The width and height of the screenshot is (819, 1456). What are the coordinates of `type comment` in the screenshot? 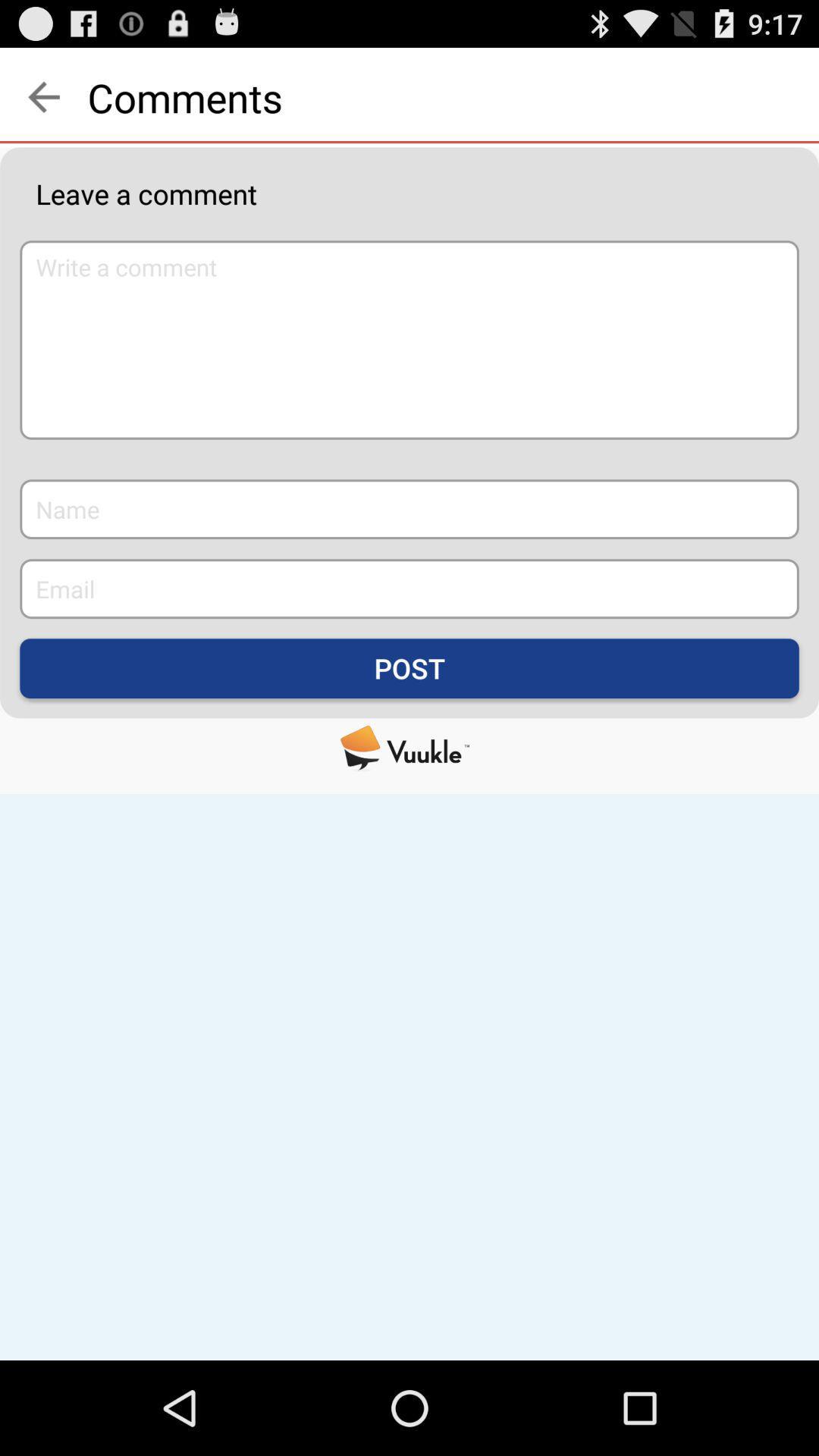 It's located at (409, 339).